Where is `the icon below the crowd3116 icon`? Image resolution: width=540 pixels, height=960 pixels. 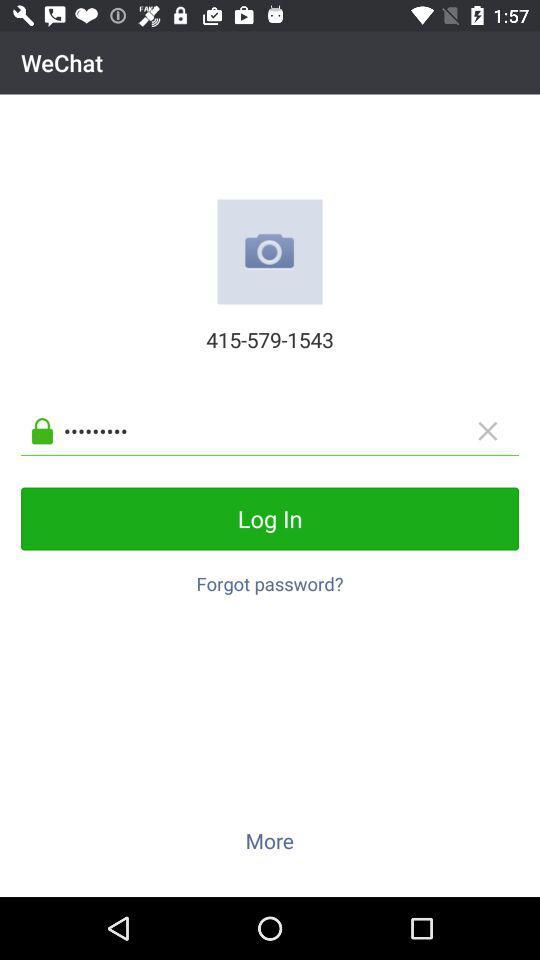
the icon below the crowd3116 icon is located at coordinates (270, 517).